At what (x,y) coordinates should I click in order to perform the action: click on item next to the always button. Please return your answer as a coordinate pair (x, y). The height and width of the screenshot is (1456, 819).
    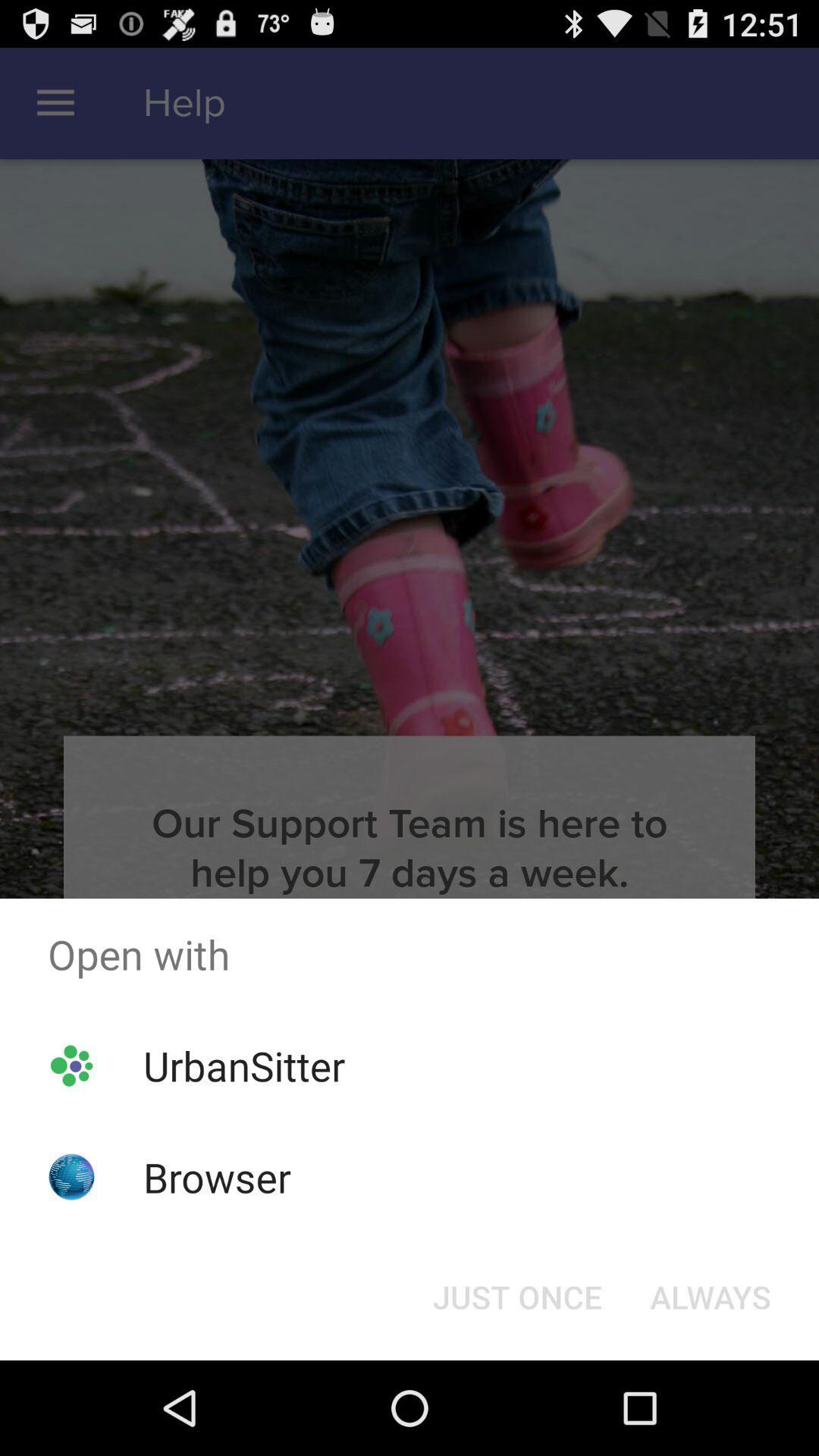
    Looking at the image, I should click on (516, 1295).